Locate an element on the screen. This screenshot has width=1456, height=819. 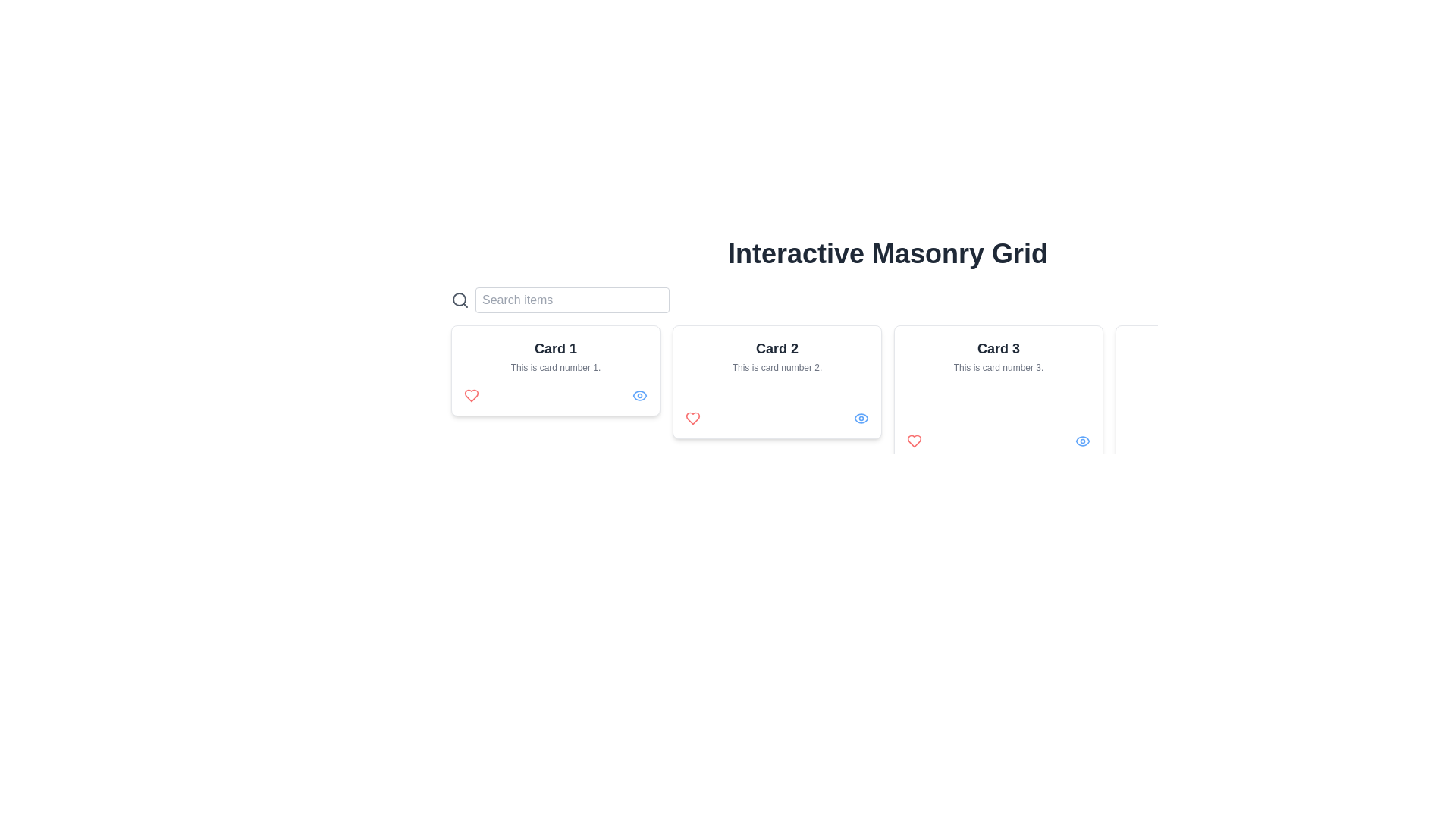
the eye-shaped icon in the bottom-right corner of 'Card 2' is located at coordinates (861, 418).